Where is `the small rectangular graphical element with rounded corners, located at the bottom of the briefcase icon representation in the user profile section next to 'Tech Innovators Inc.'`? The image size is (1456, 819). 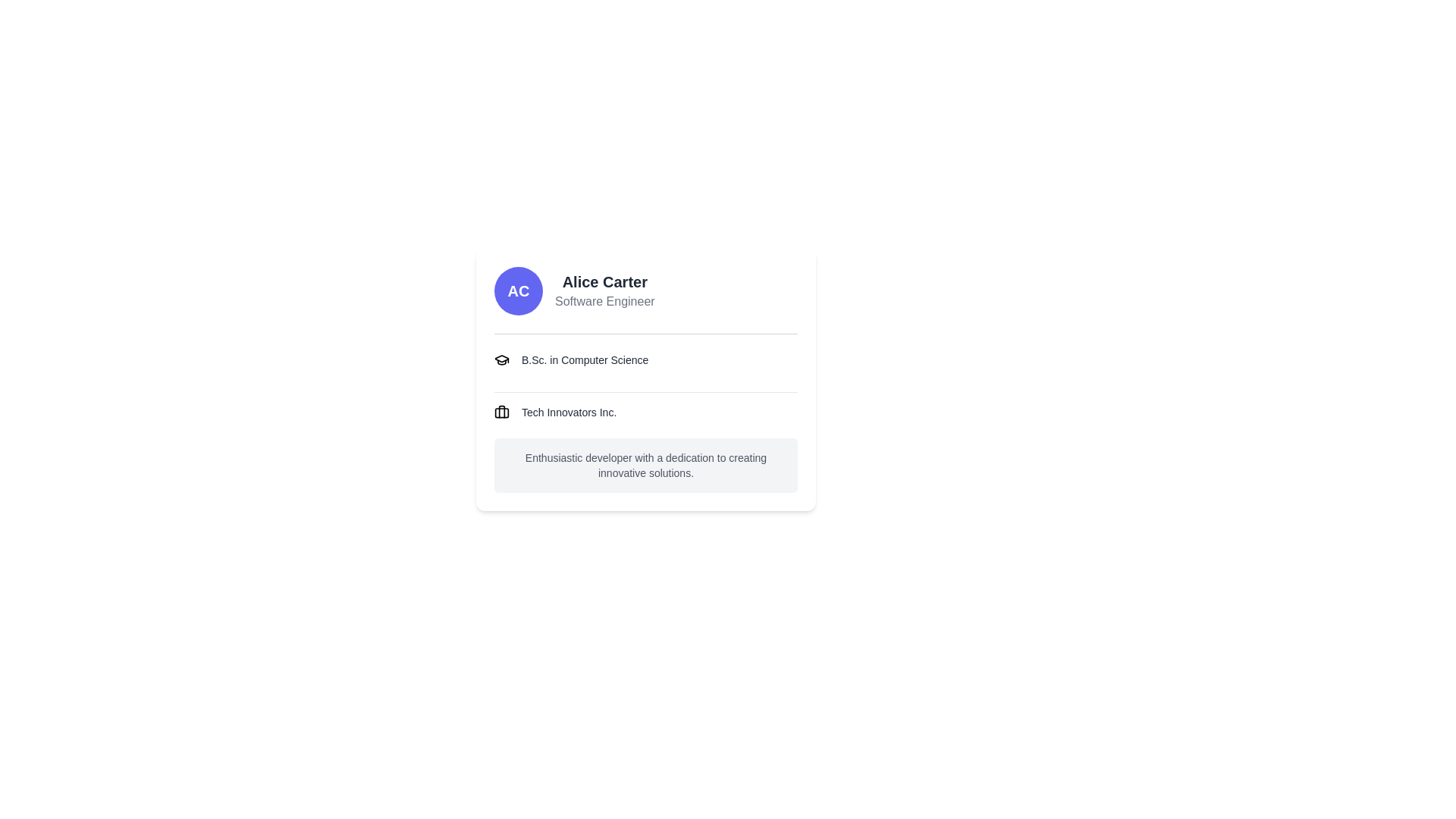
the small rectangular graphical element with rounded corners, located at the bottom of the briefcase icon representation in the user profile section next to 'Tech Innovators Inc.' is located at coordinates (502, 412).